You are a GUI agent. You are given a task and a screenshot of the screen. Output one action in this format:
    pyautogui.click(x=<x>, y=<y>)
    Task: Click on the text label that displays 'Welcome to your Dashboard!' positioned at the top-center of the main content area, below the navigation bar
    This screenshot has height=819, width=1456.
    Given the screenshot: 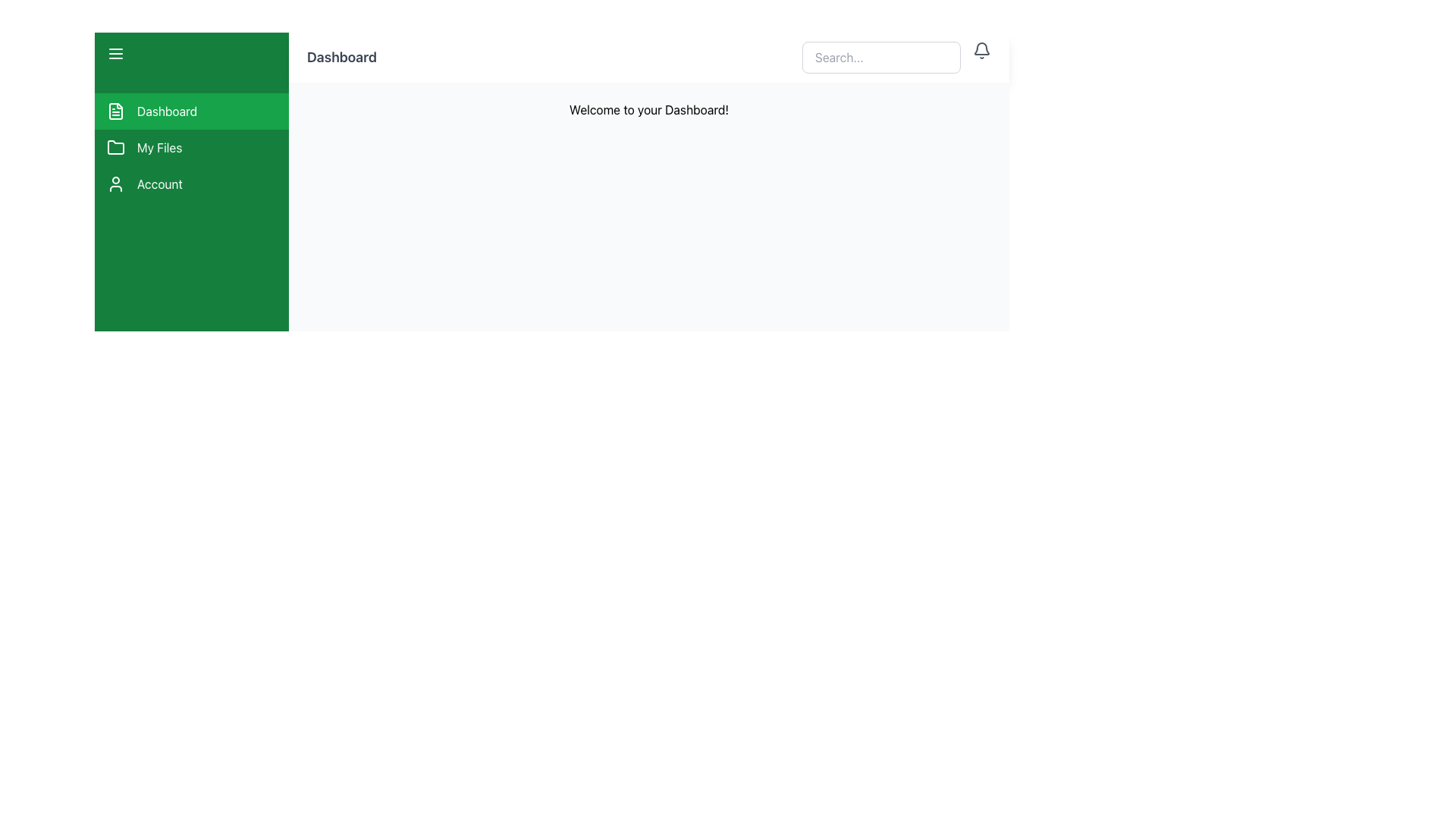 What is the action you would take?
    pyautogui.click(x=648, y=109)
    